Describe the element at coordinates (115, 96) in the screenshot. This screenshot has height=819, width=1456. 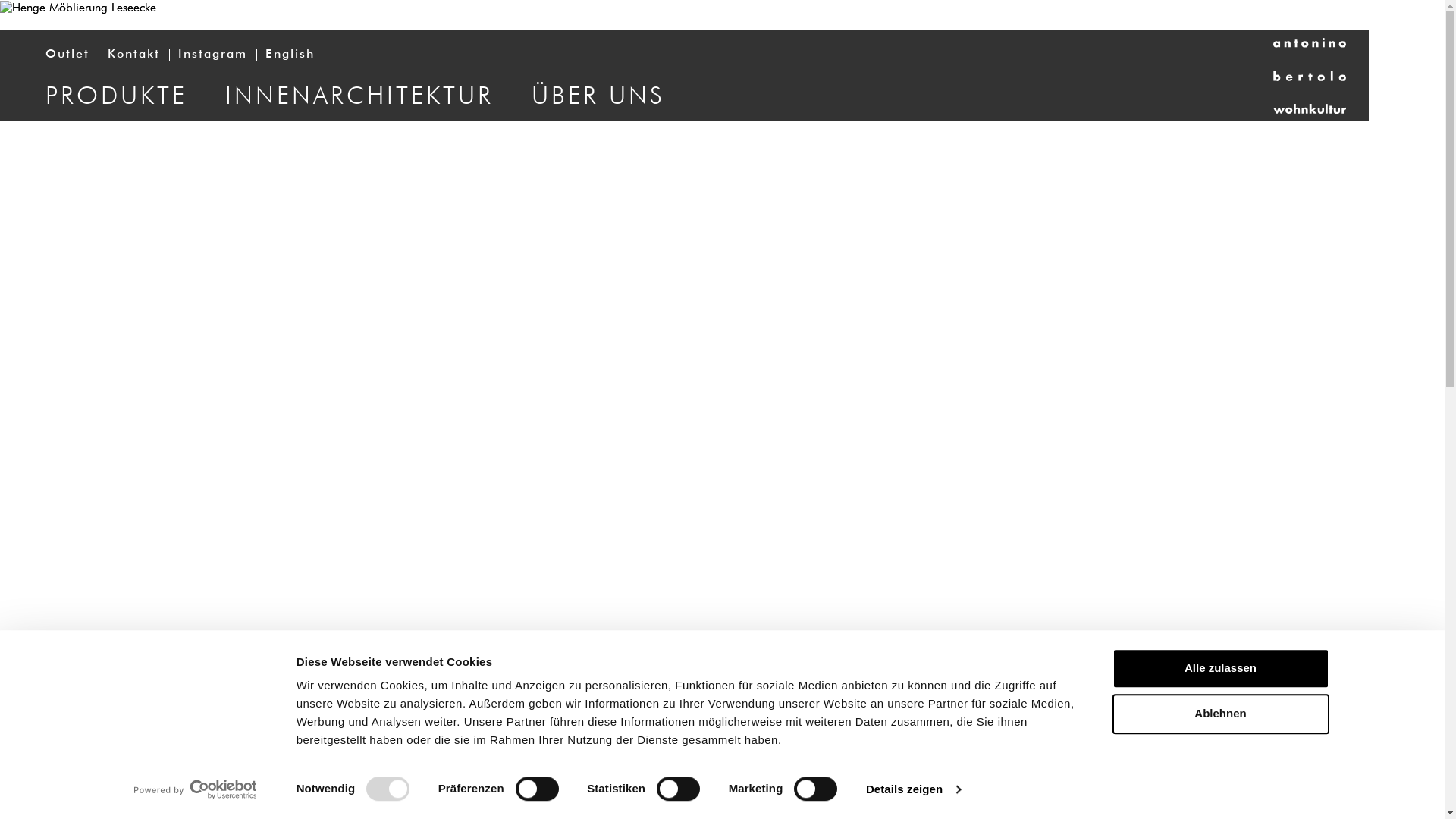
I see `'PRODUKTE'` at that location.